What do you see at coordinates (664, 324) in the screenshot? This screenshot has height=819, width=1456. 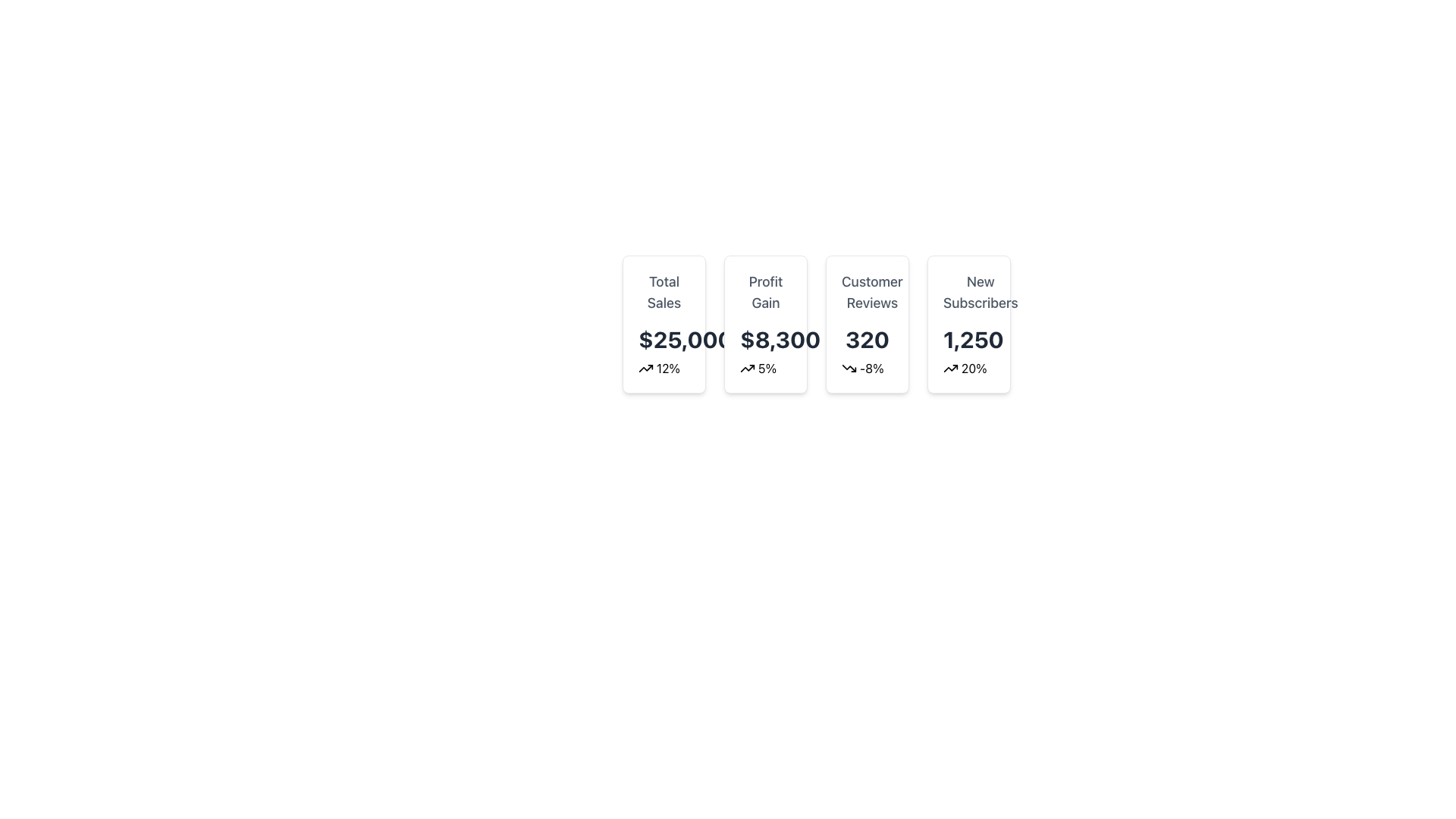 I see `the content of the Information Card that summarizes total sales and growth percentage, which is the first card in a grid layout of four cards` at bounding box center [664, 324].